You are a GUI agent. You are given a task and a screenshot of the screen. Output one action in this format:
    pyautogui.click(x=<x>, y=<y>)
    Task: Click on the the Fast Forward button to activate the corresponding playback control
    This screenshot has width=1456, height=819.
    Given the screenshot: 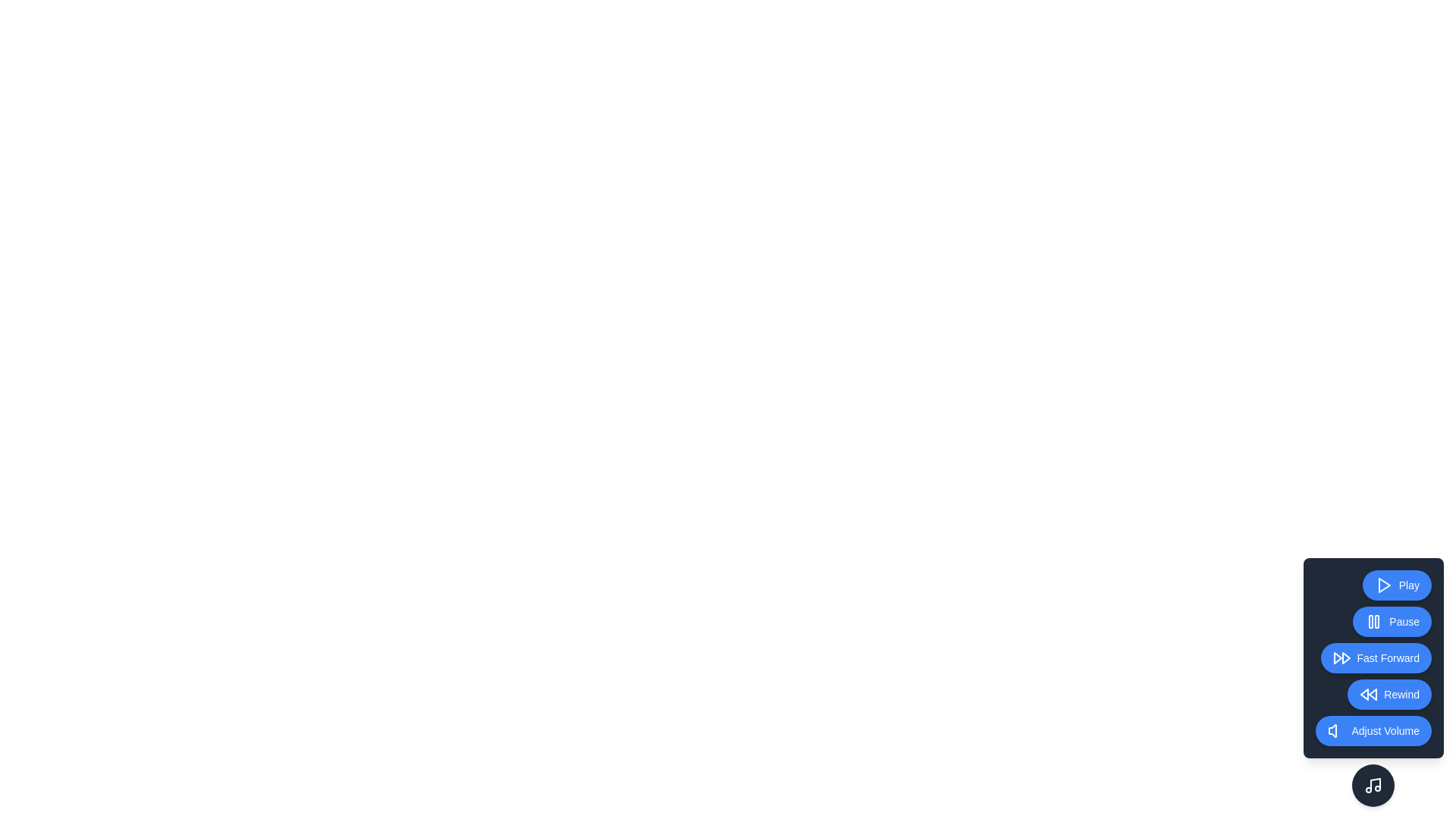 What is the action you would take?
    pyautogui.click(x=1376, y=657)
    